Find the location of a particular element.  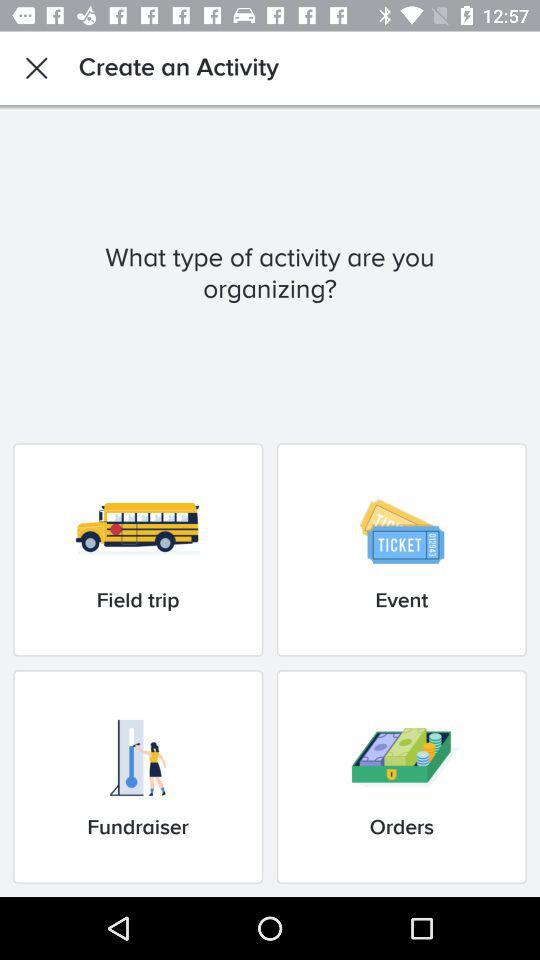

icon to the left of orders item is located at coordinates (137, 776).